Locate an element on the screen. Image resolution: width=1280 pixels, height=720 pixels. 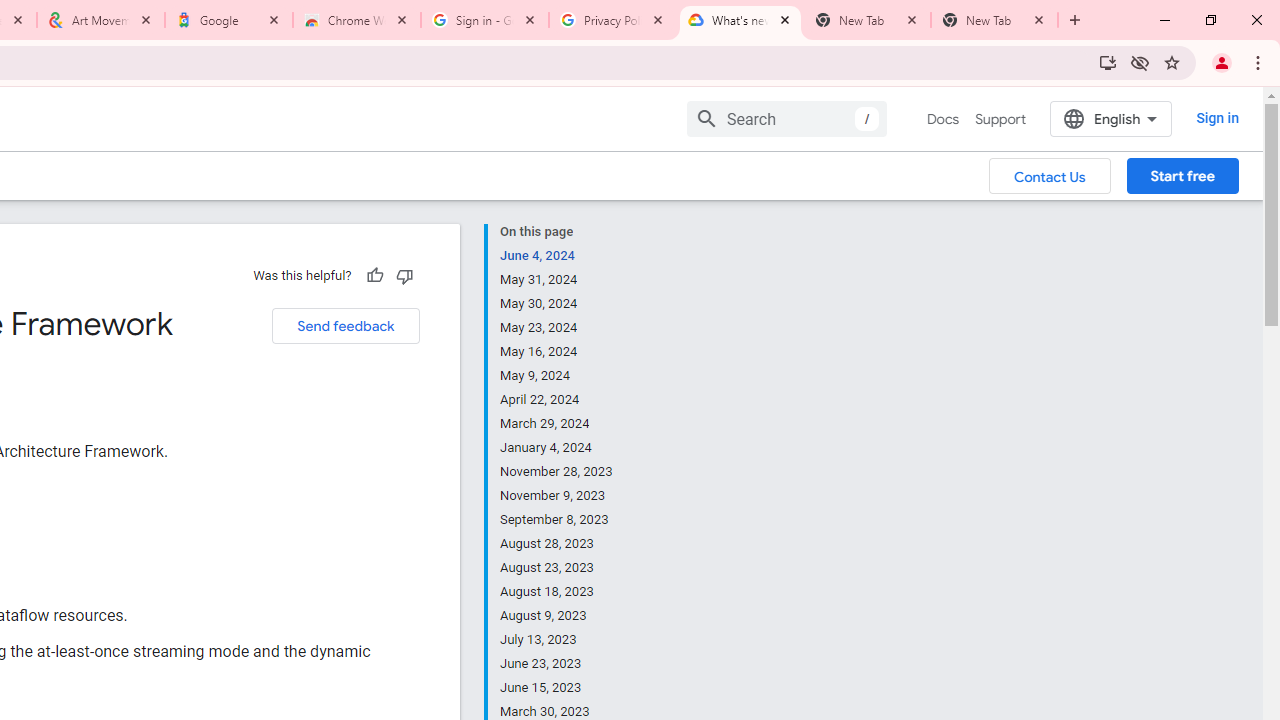
'Chrome Web Store - Color themes by Chrome' is located at coordinates (357, 20).